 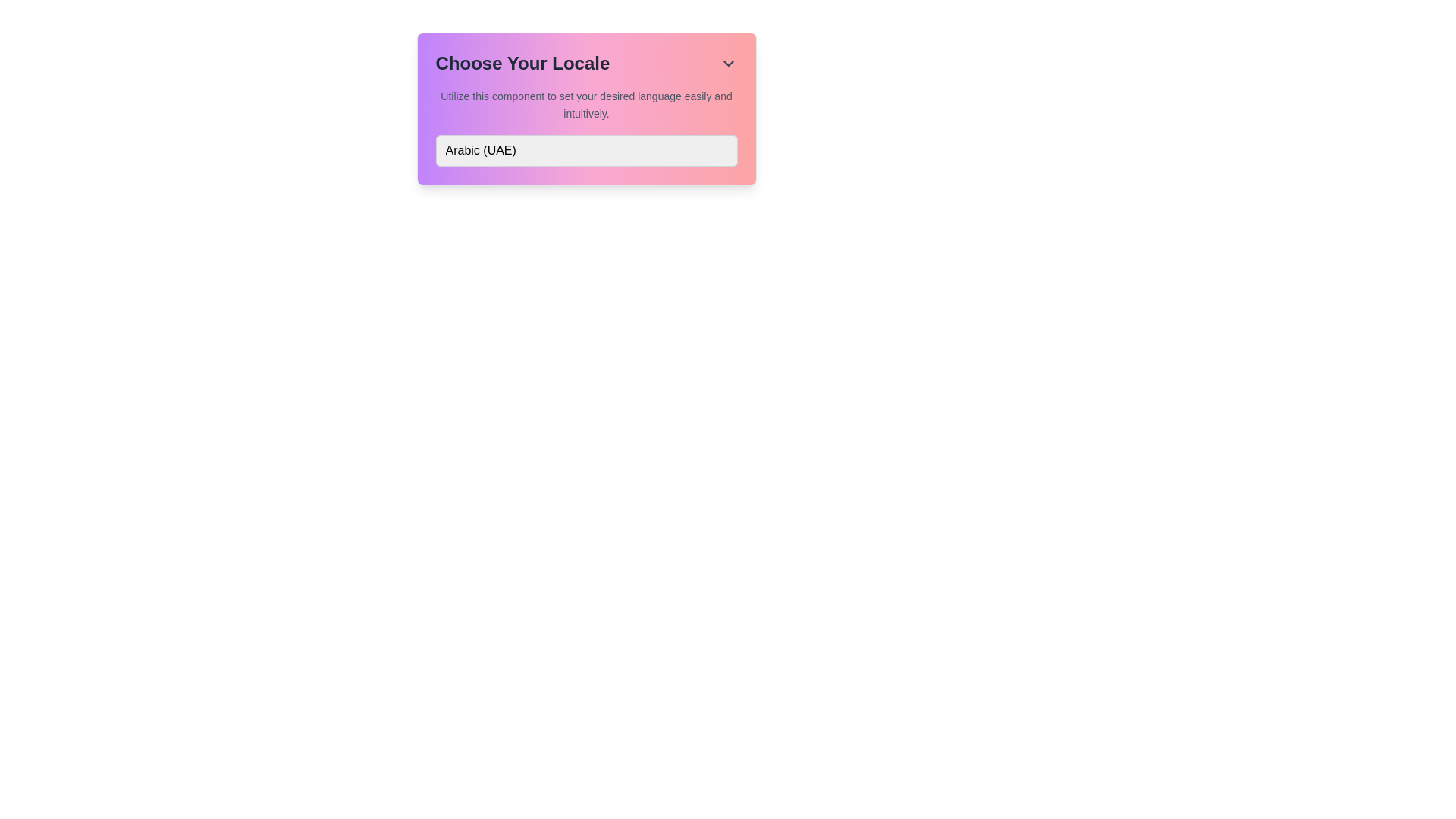 I want to click on the option from the dropdown menu labeled 'Arabic (UAE)' which is visually represented as a rectangular selector with a light gray background and a thin border, located below the title 'Choose Your Locale', so click(x=585, y=150).